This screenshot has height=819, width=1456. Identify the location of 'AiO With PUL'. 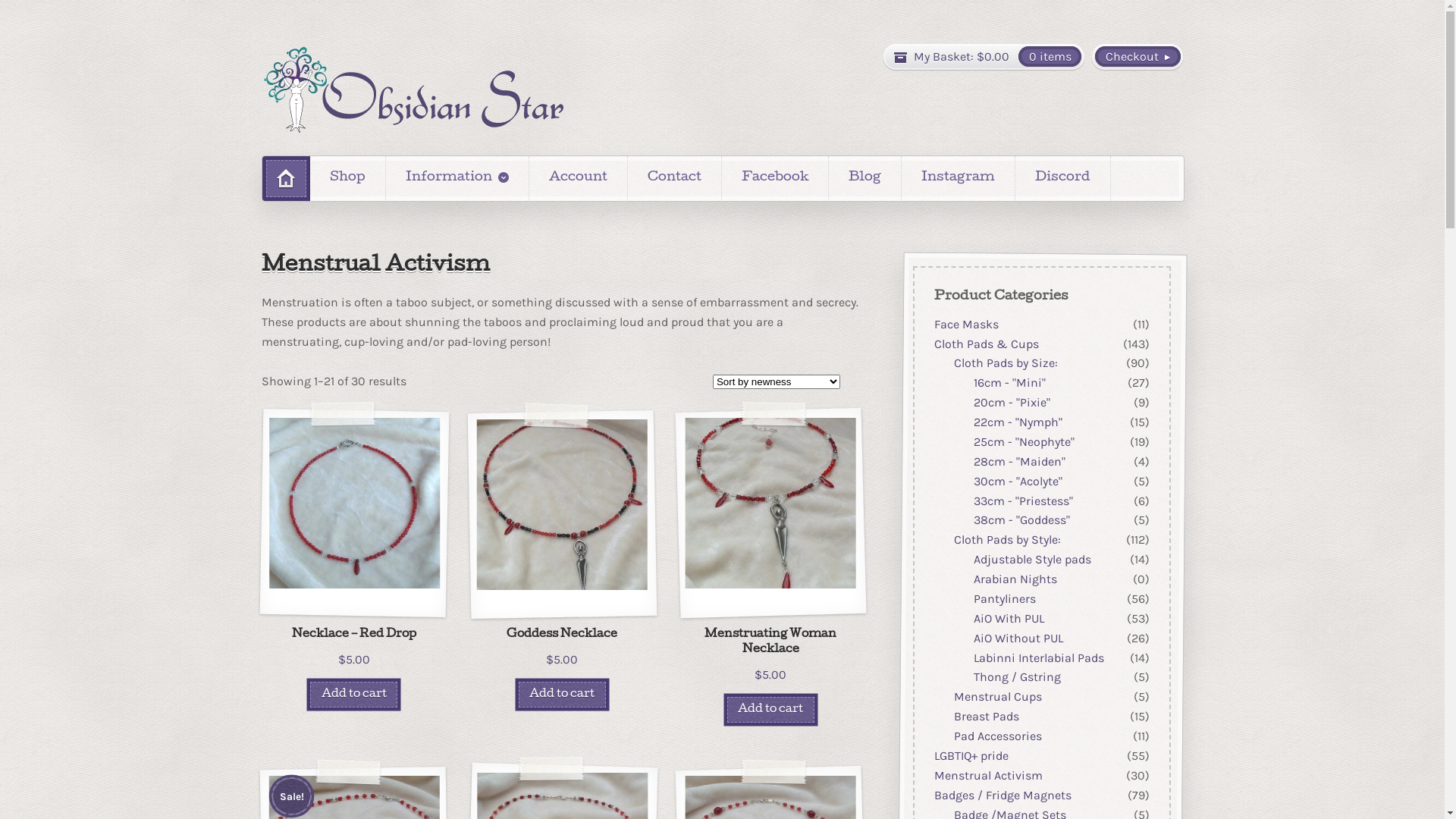
(1008, 618).